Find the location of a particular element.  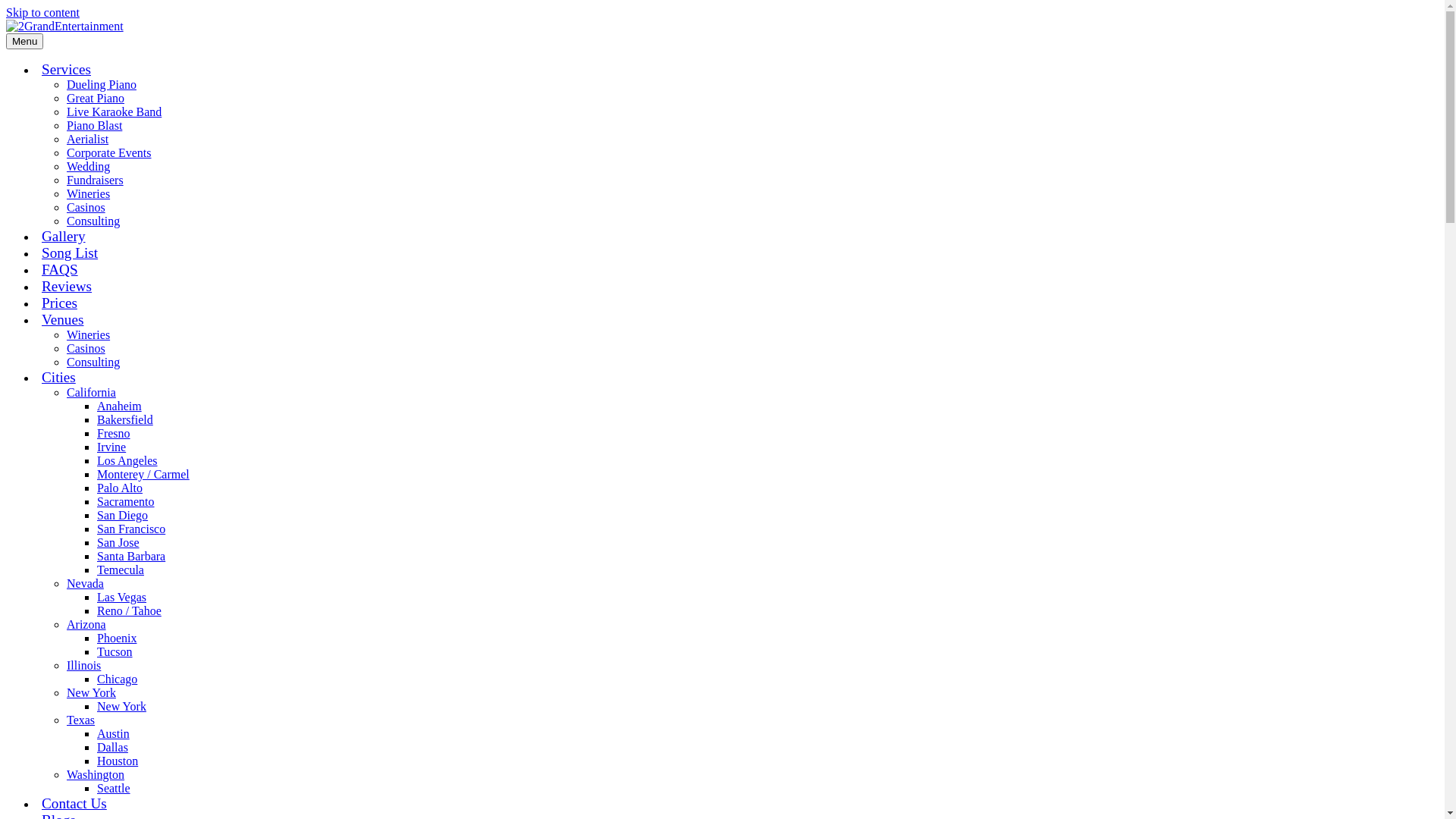

'San Francisco' is located at coordinates (96, 528).